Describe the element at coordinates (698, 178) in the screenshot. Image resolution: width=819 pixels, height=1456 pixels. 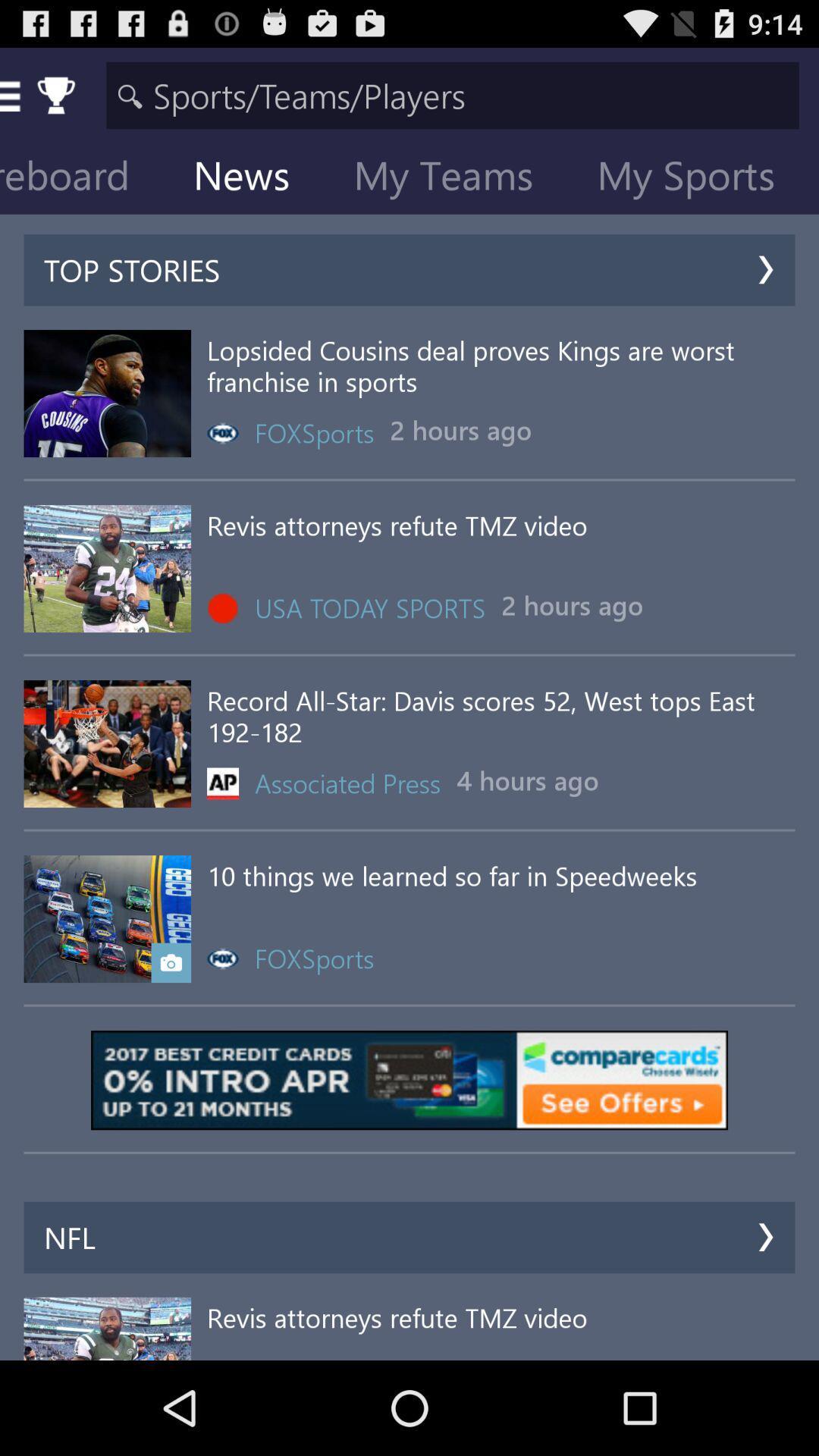
I see `item above the top stories` at that location.